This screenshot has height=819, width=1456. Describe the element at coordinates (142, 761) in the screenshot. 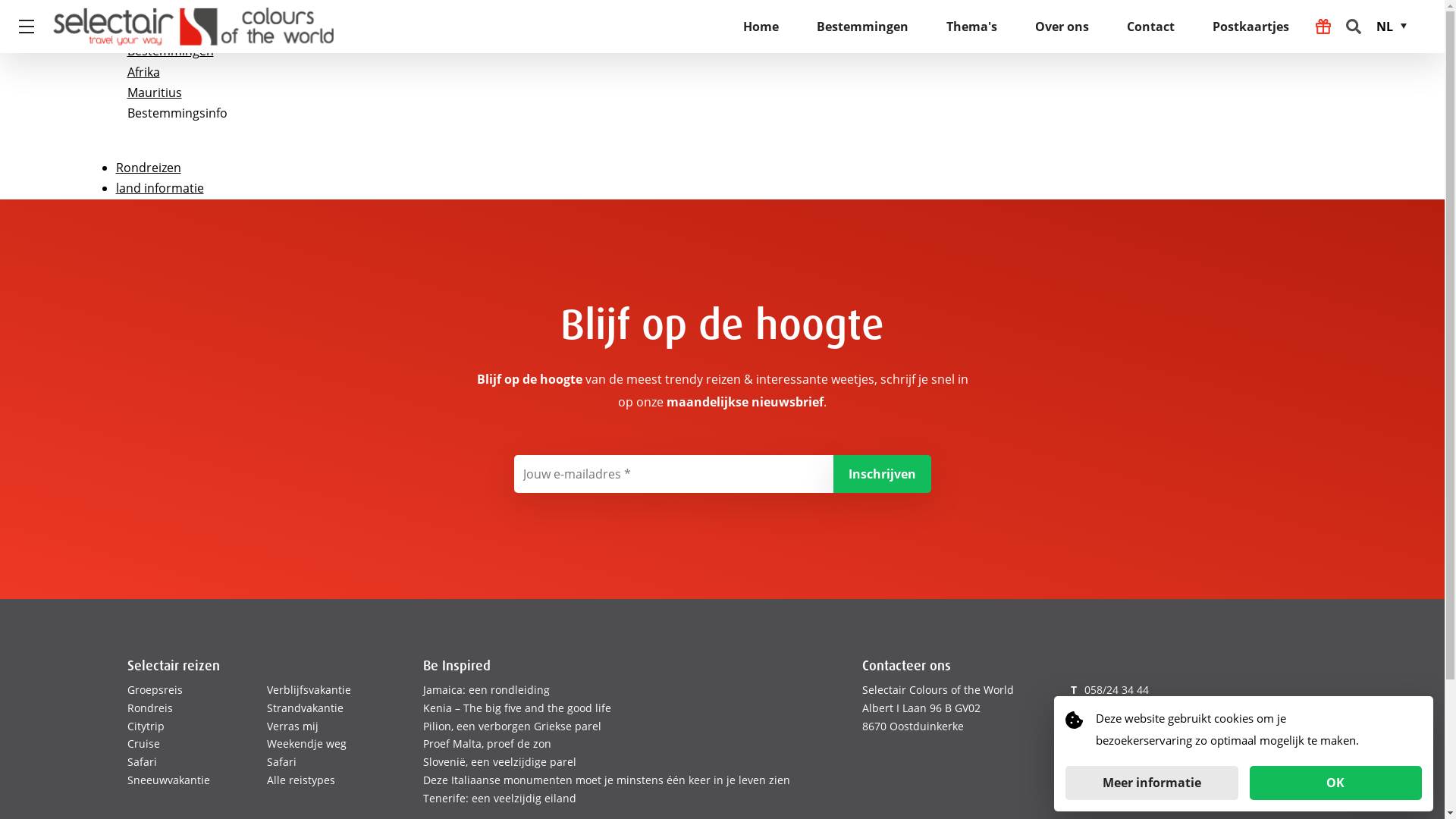

I see `'Safari'` at that location.